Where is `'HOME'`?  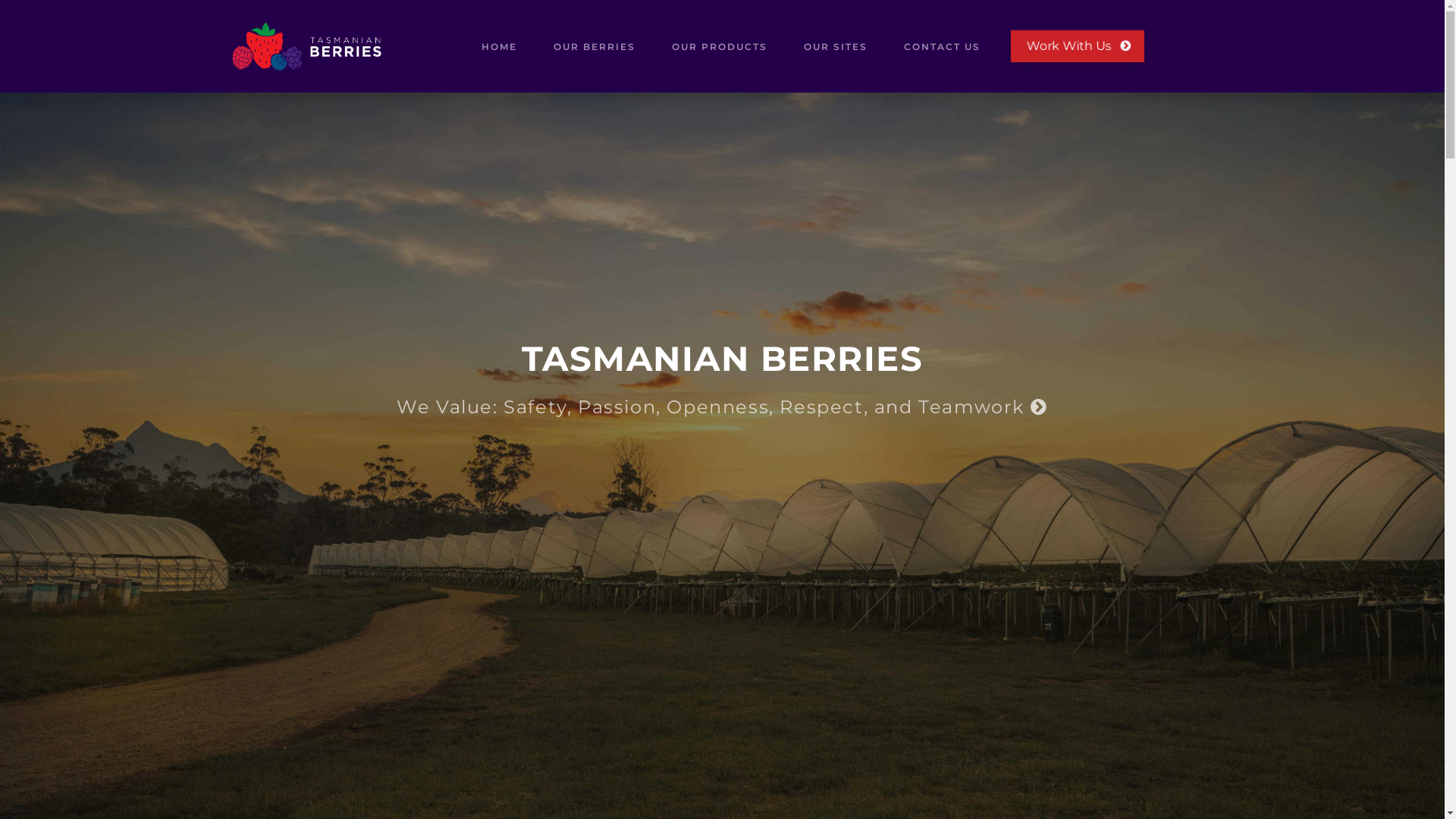 'HOME' is located at coordinates (499, 45).